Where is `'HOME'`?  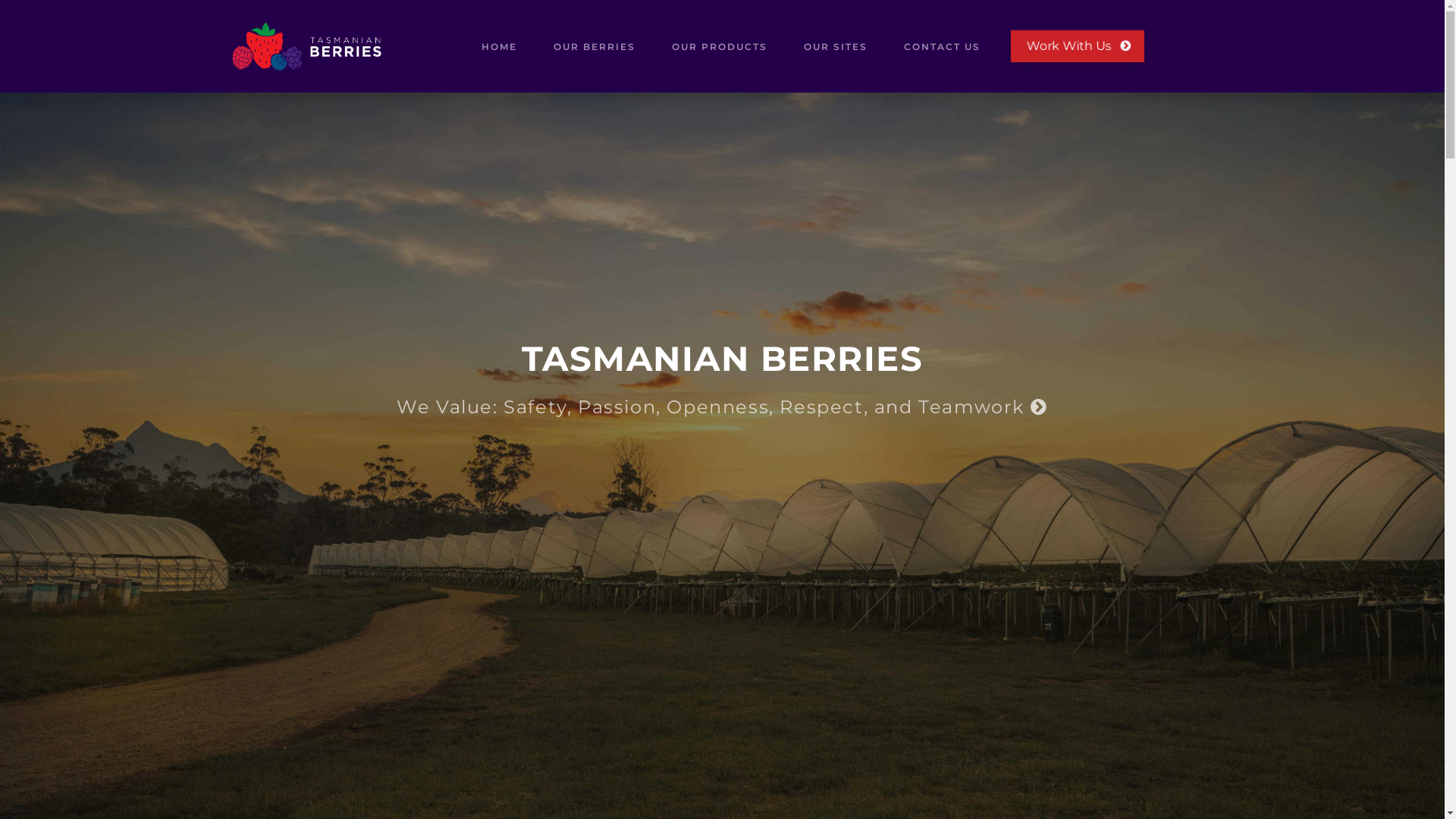 'HOME' is located at coordinates (499, 45).